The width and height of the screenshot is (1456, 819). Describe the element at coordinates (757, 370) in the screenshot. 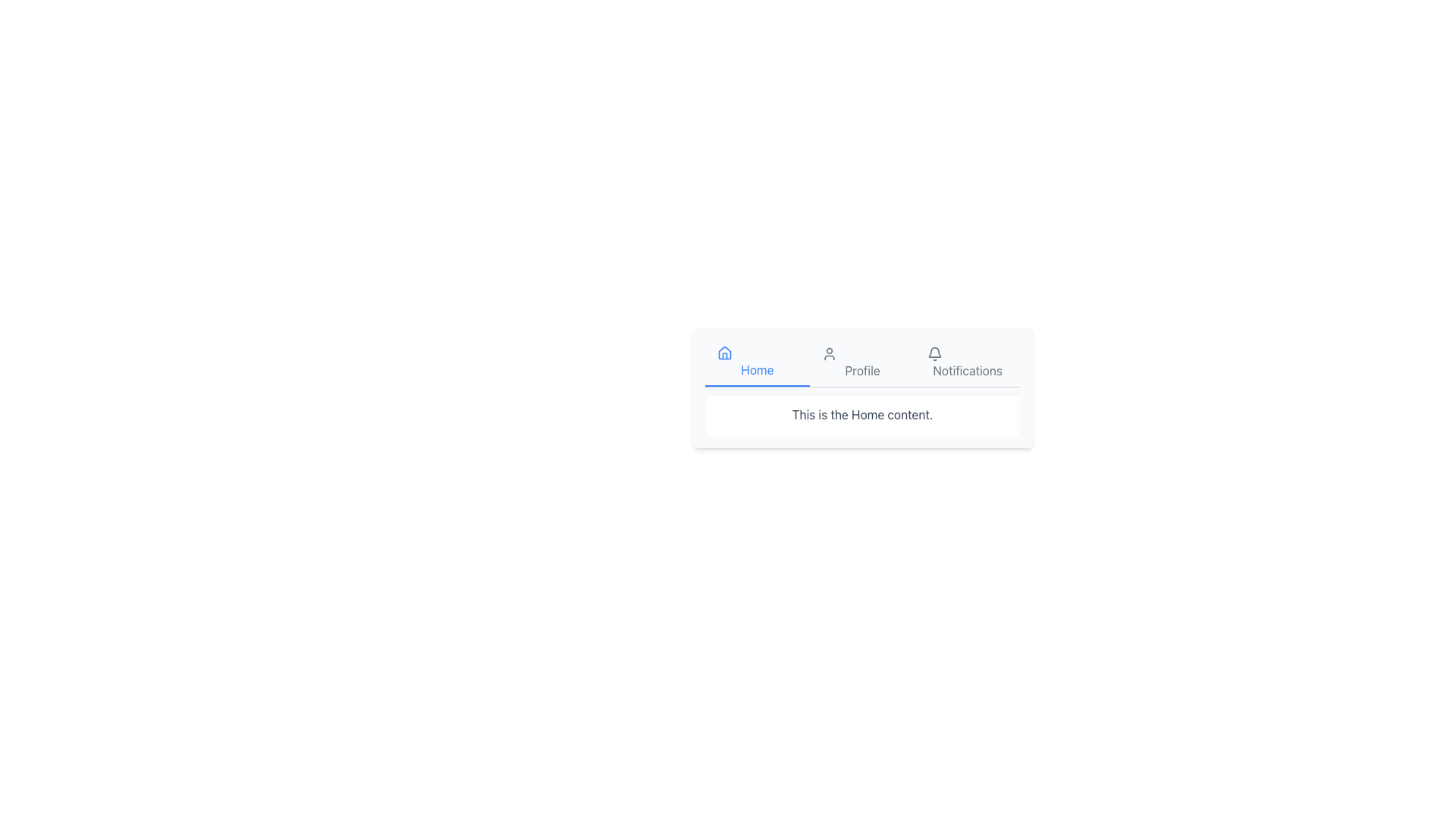

I see `the 'Home' text label in the navigation bar to indicate the current context or available navigation option` at that location.